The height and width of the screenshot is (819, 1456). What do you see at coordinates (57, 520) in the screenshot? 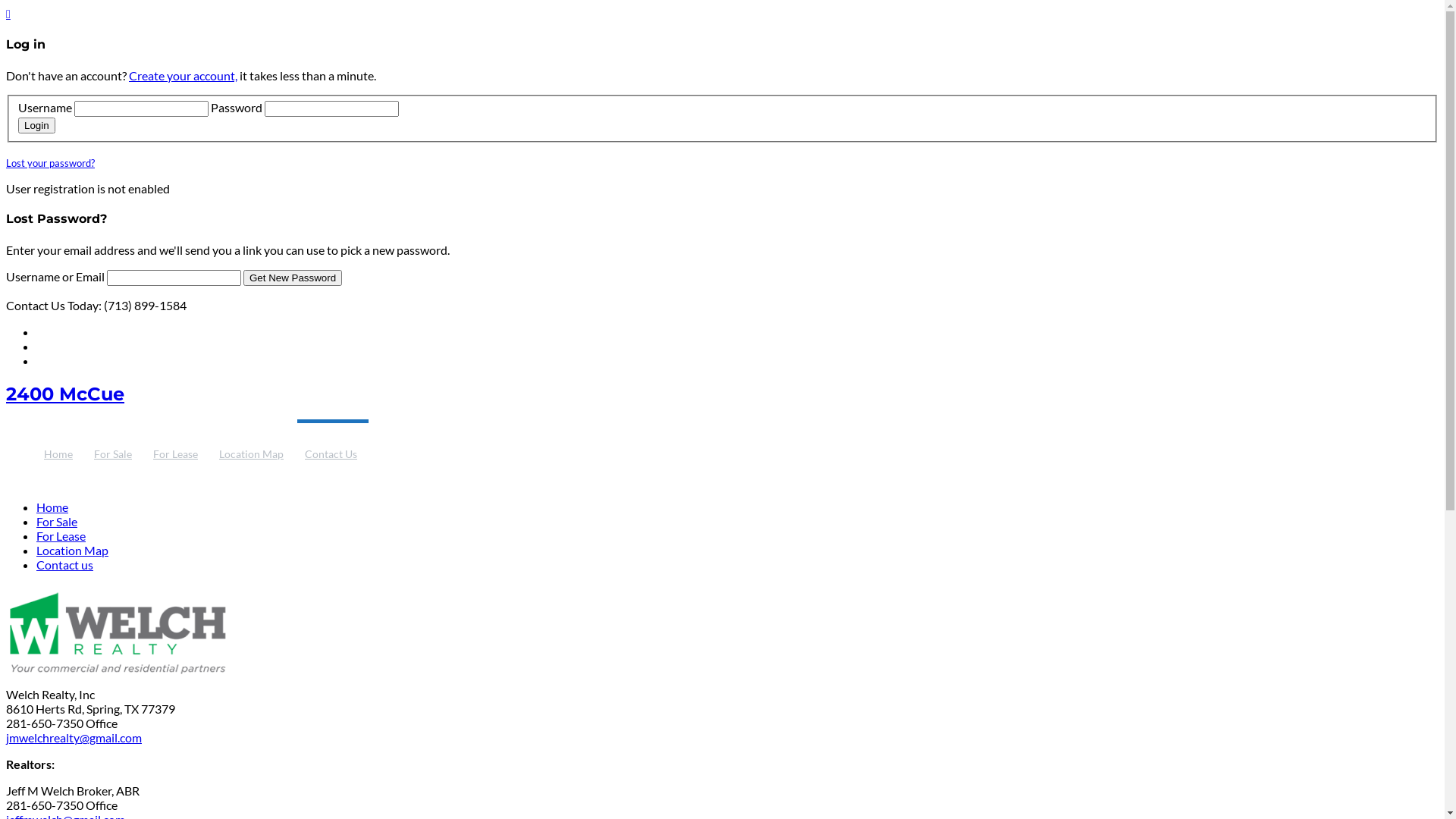
I see `'For Sale'` at bounding box center [57, 520].